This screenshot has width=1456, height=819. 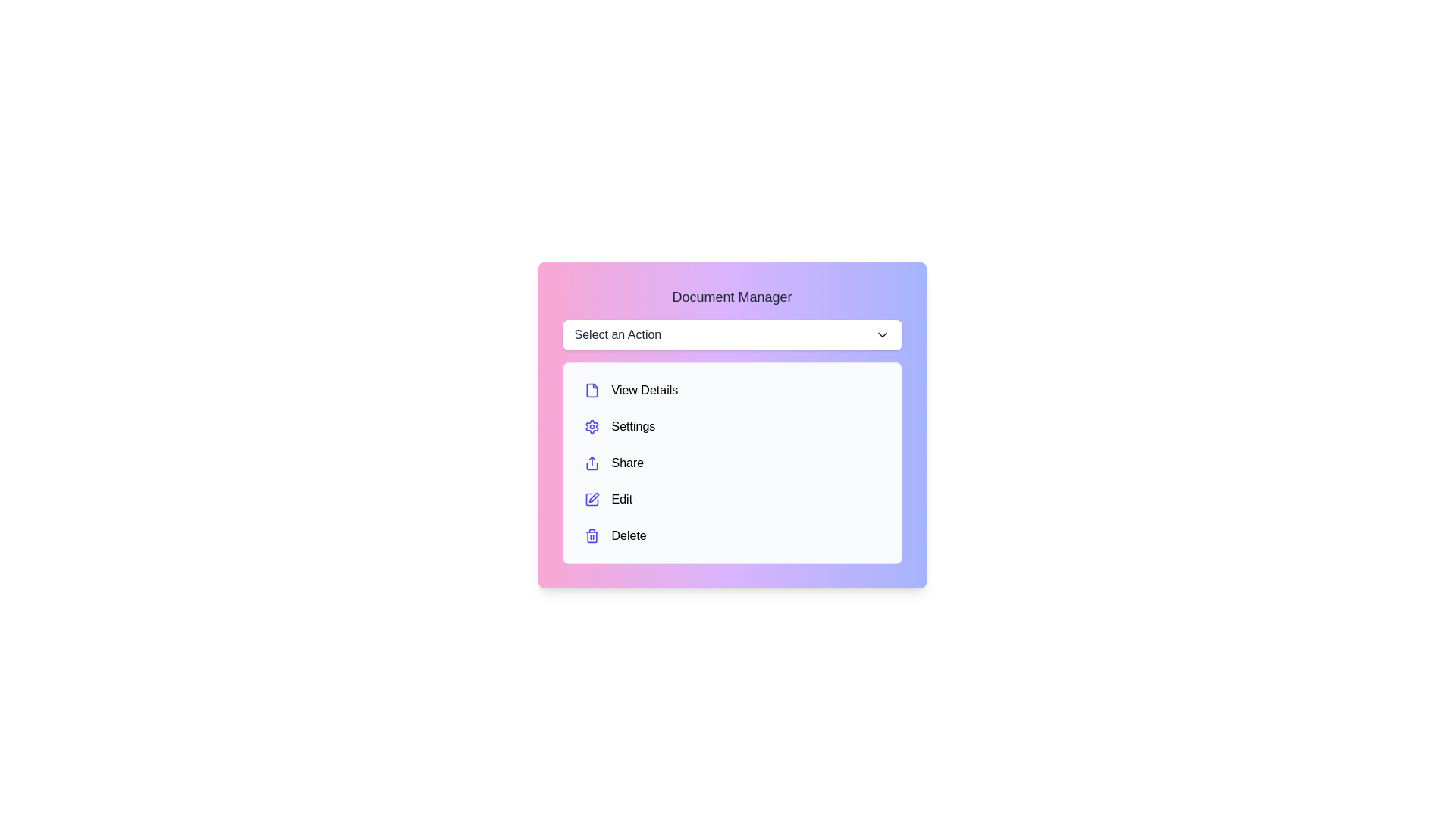 What do you see at coordinates (627, 462) in the screenshot?
I see `the 'Share' text label, which is the third option in the dropdown menu, positioned centrally in the interface` at bounding box center [627, 462].